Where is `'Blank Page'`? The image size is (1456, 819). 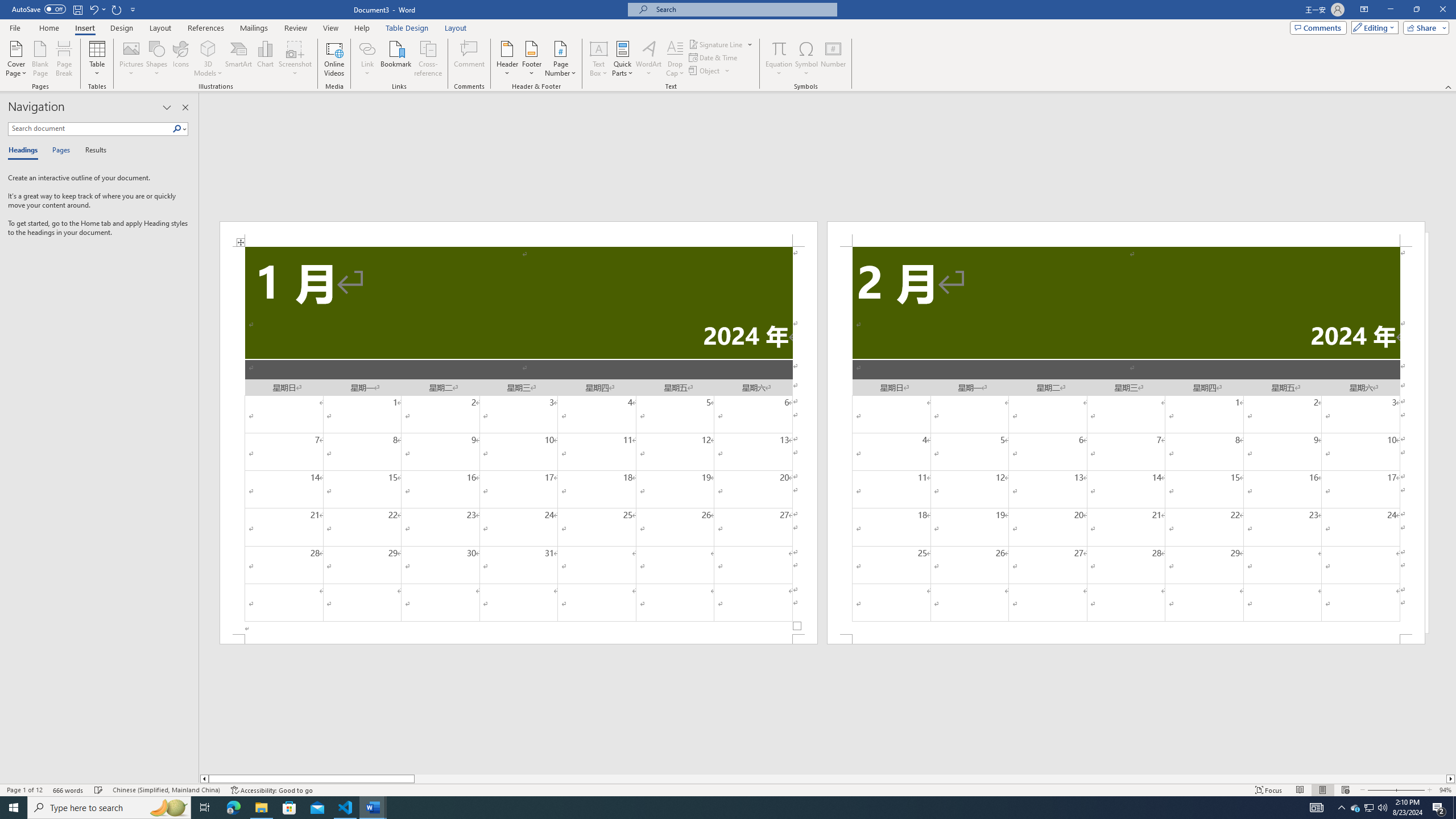
'Blank Page' is located at coordinates (40, 59).